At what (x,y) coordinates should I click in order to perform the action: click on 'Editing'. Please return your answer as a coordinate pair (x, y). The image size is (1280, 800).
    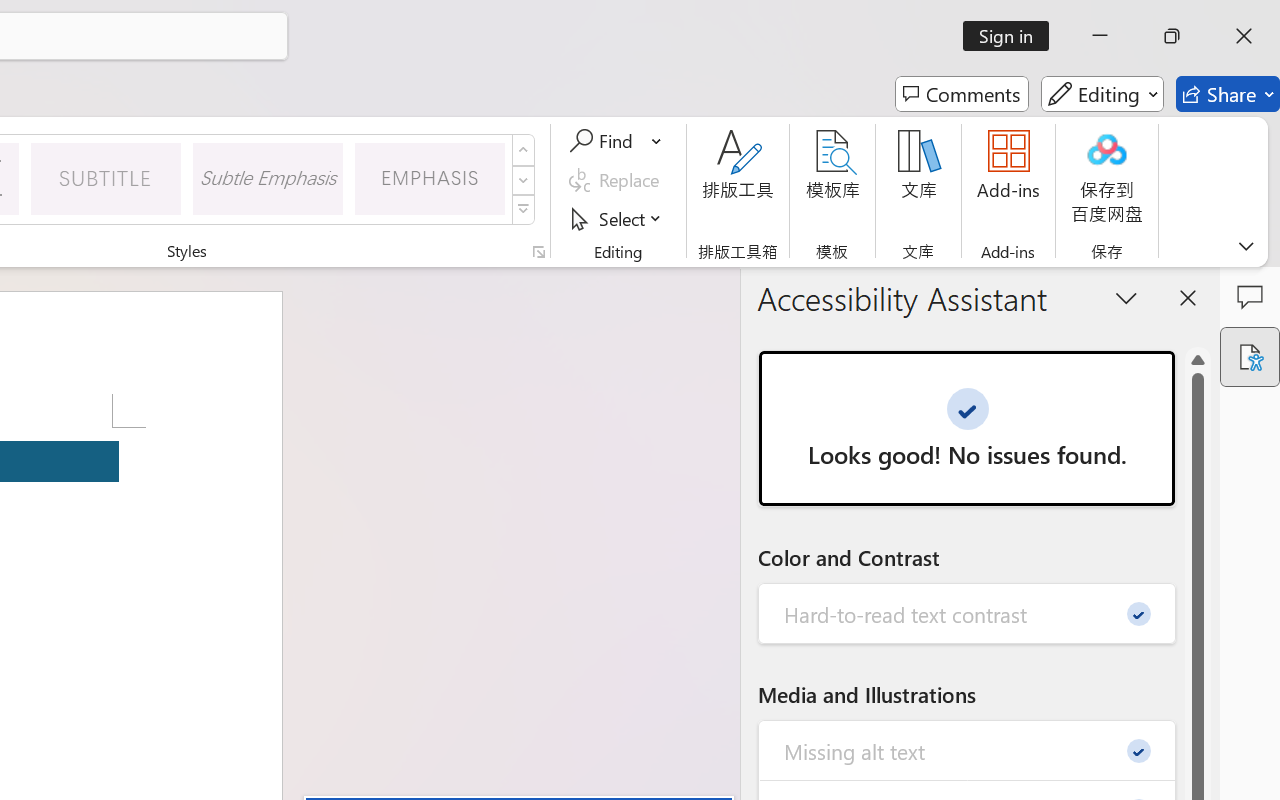
    Looking at the image, I should click on (1101, 94).